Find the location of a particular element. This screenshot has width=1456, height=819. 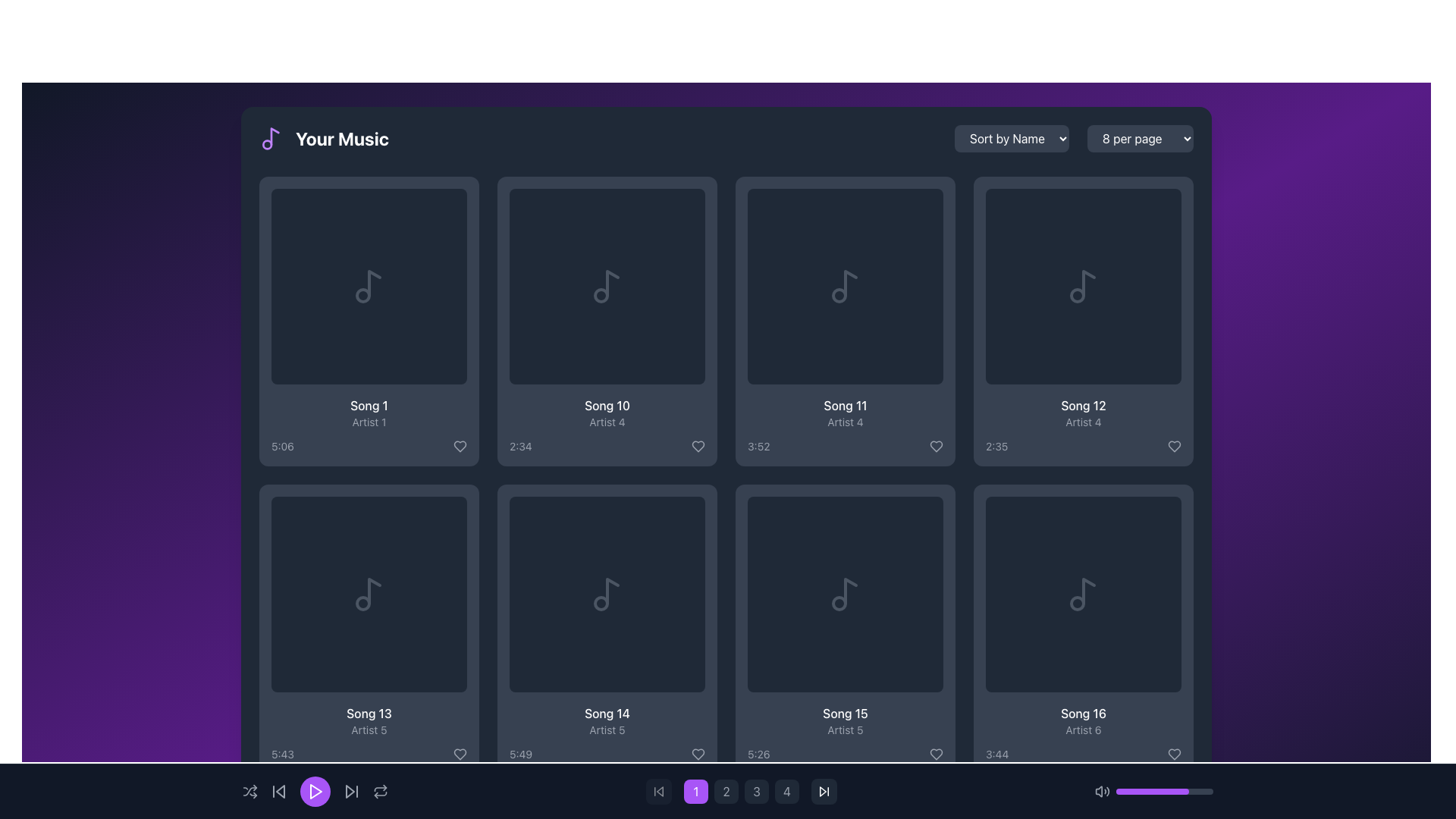

the button located in the upper-right corner of the main content area, to the left of the '8 per page' dropdown is located at coordinates (1012, 138).